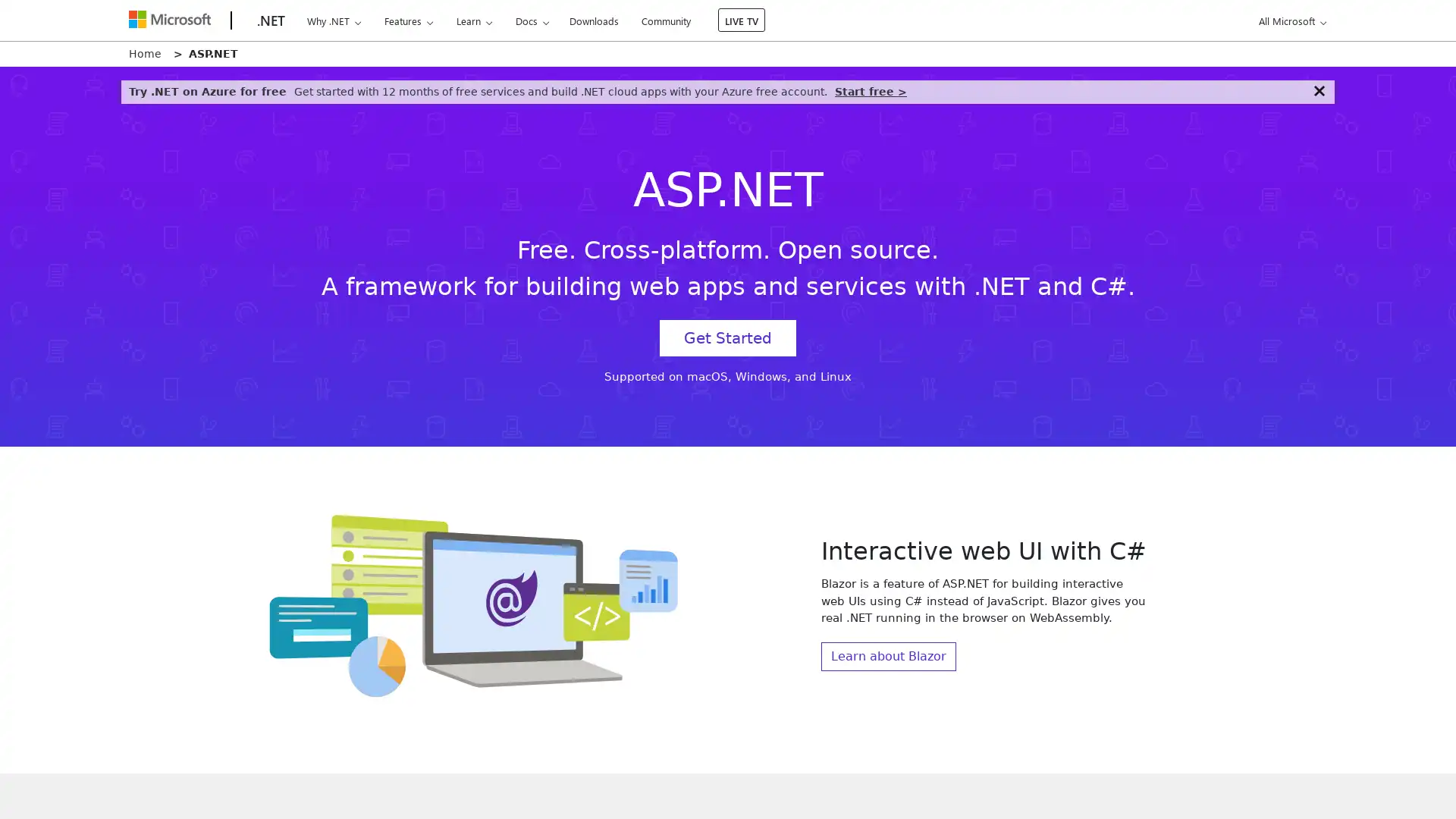 Image resolution: width=1456 pixels, height=819 pixels. I want to click on Learn, so click(472, 20).